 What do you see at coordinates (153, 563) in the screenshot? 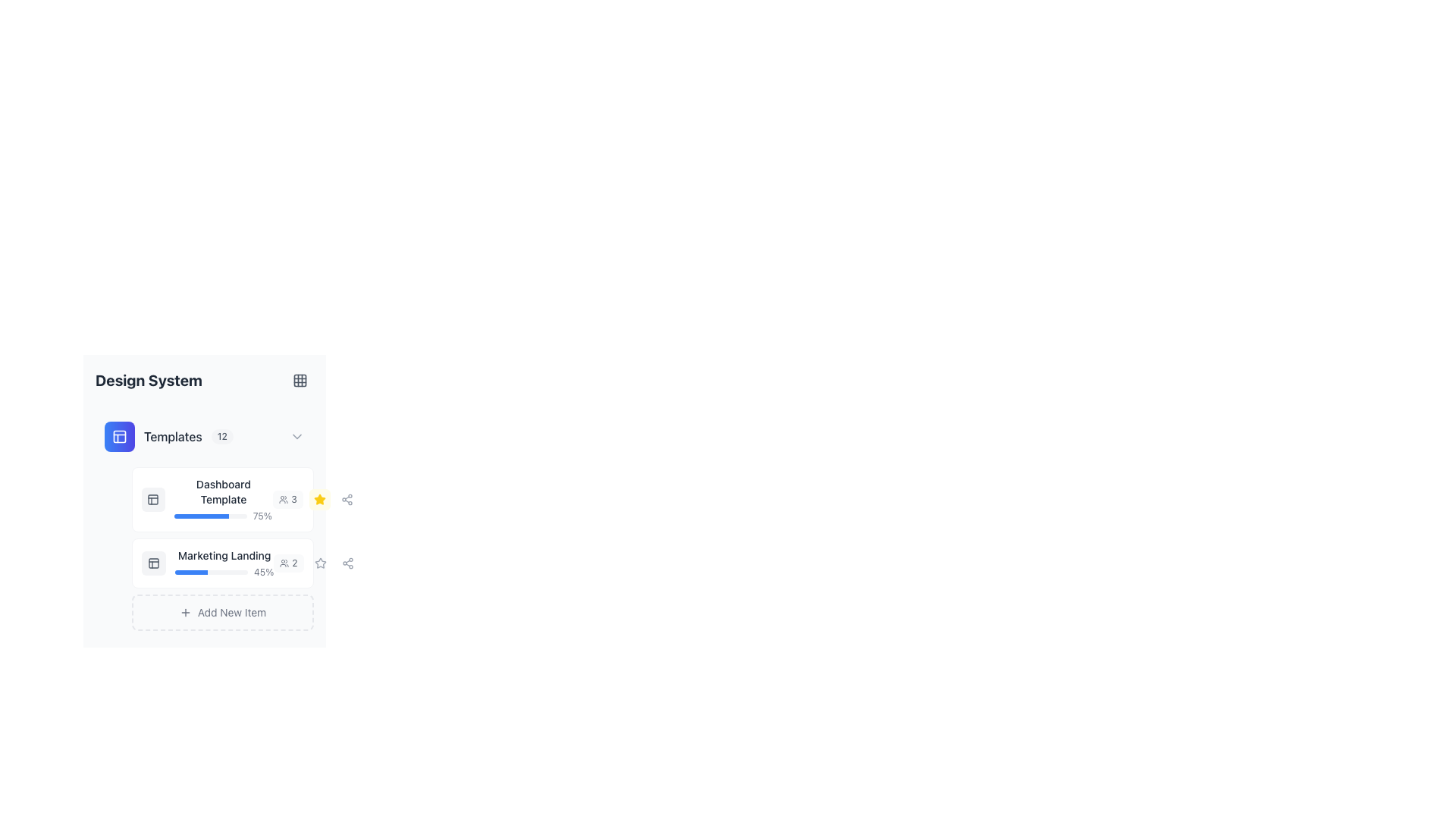
I see `the Icon button with a grid pattern, which is located to the left of the 'Marketing Landing' label` at bounding box center [153, 563].